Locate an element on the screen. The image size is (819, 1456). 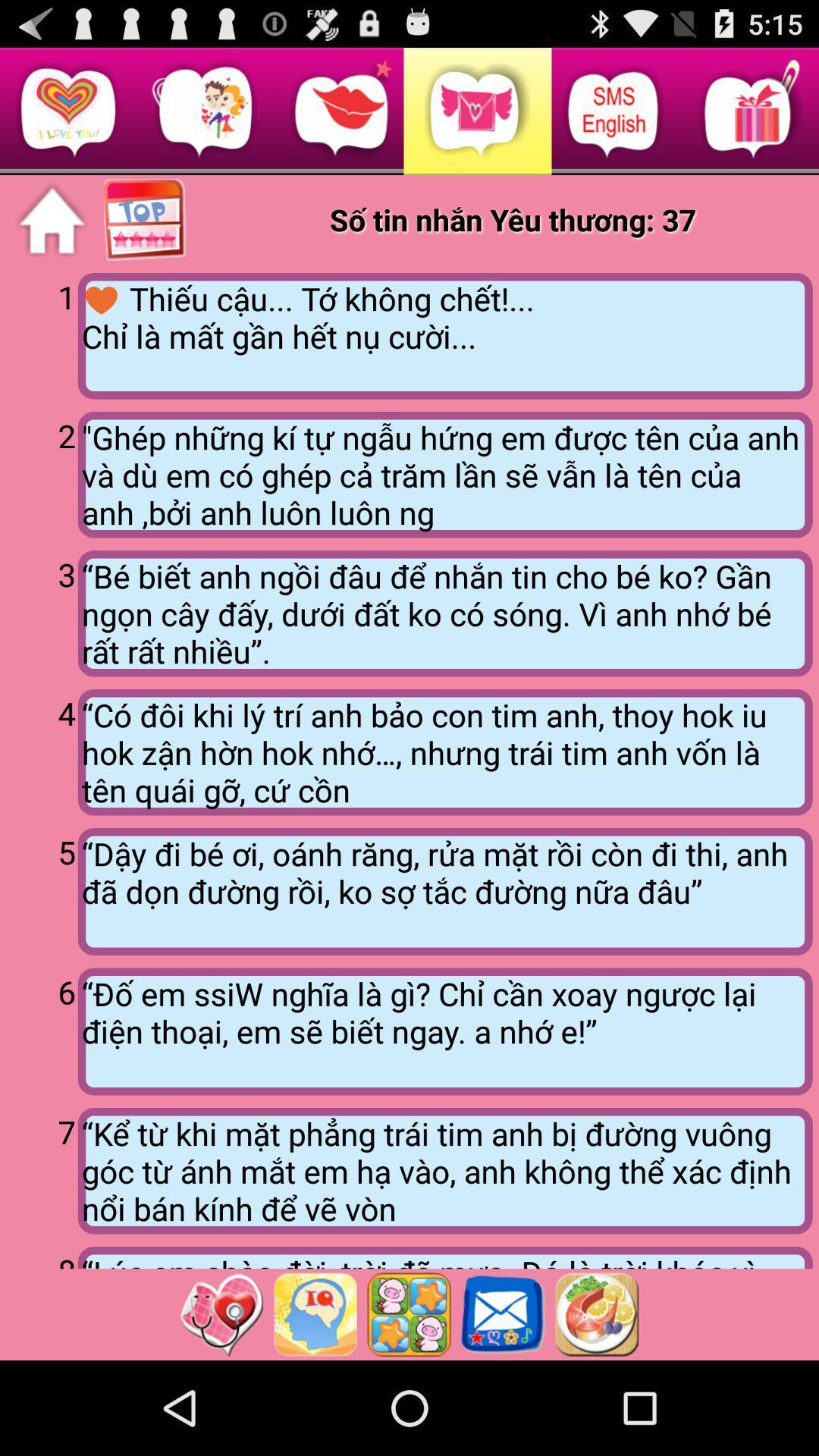
top rated is located at coordinates (146, 220).